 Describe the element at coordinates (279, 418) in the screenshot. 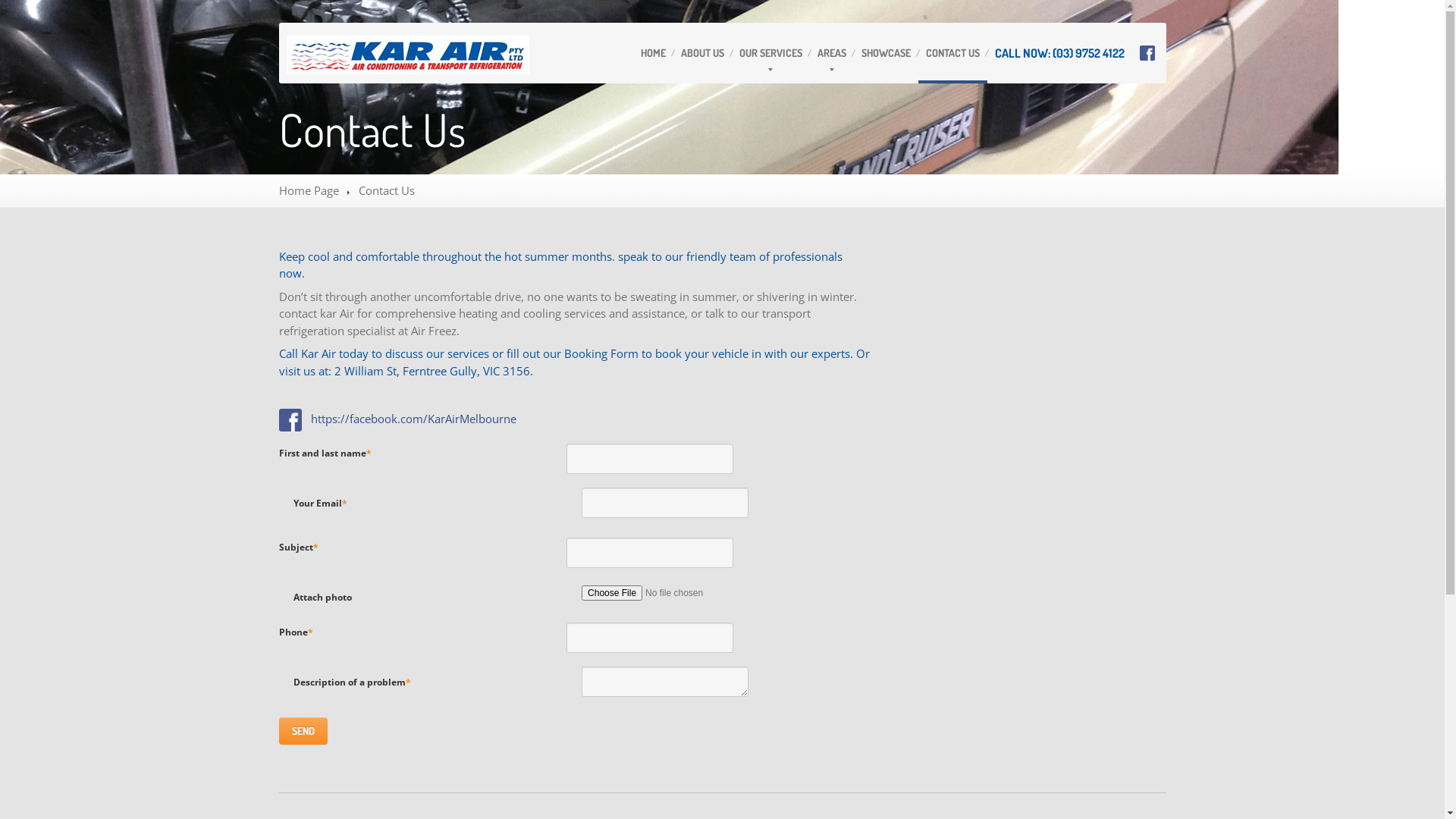

I see `' '` at that location.